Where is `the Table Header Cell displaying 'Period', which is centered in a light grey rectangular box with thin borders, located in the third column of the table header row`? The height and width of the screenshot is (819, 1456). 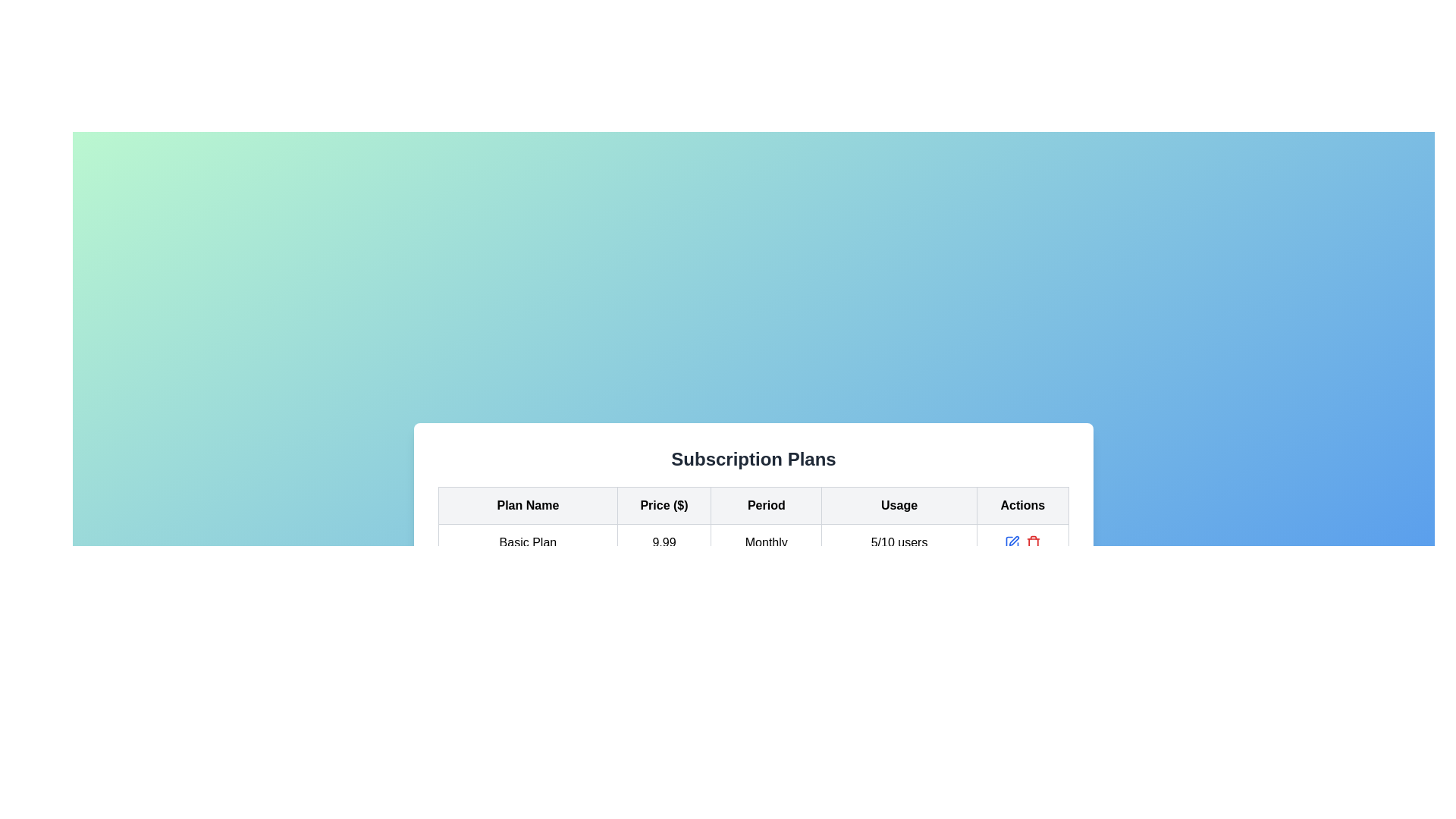 the Table Header Cell displaying 'Period', which is centered in a light grey rectangular box with thin borders, located in the third column of the table header row is located at coordinates (766, 505).